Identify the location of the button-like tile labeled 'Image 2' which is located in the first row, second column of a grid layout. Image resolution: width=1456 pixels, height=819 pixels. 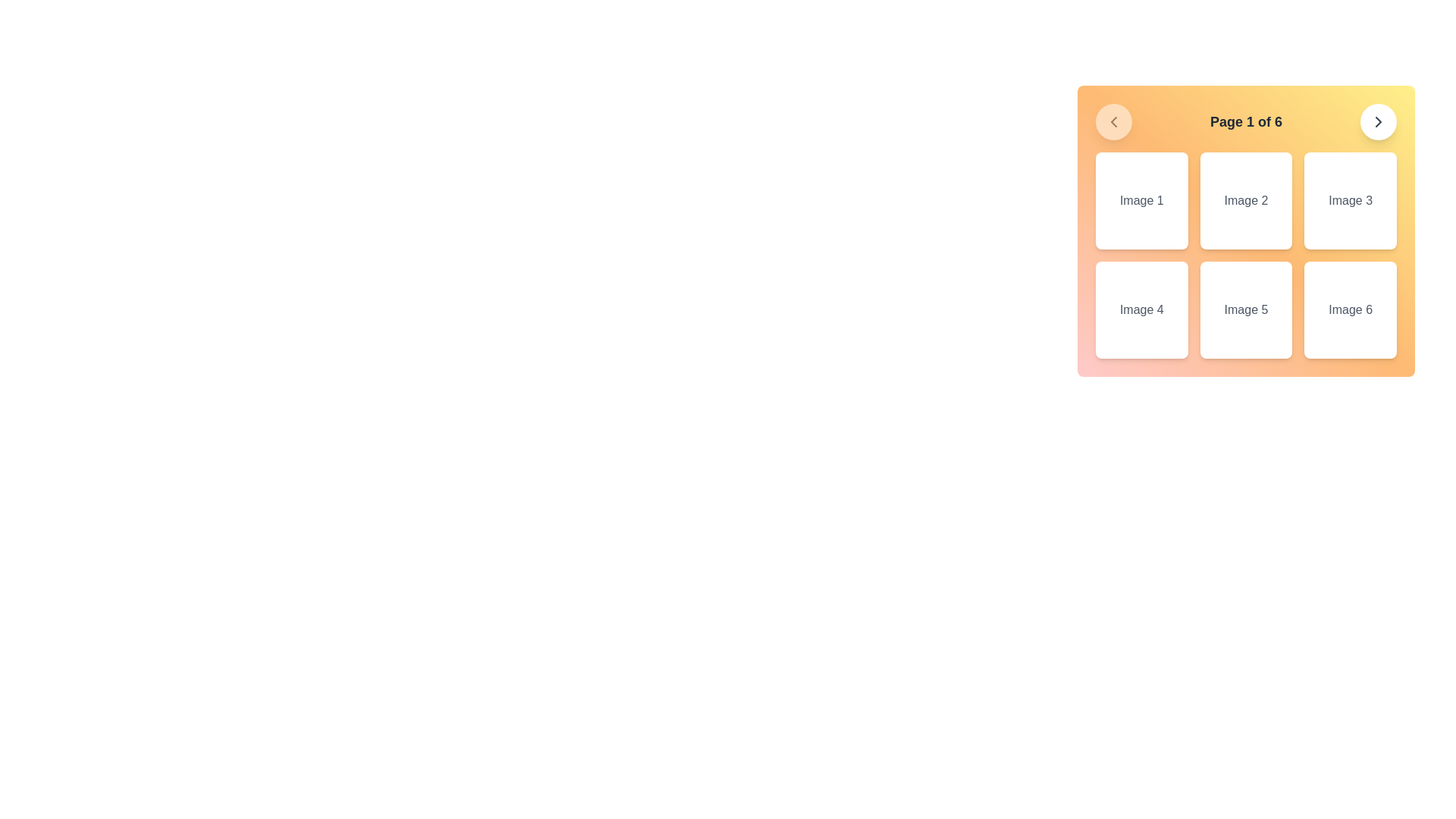
(1246, 200).